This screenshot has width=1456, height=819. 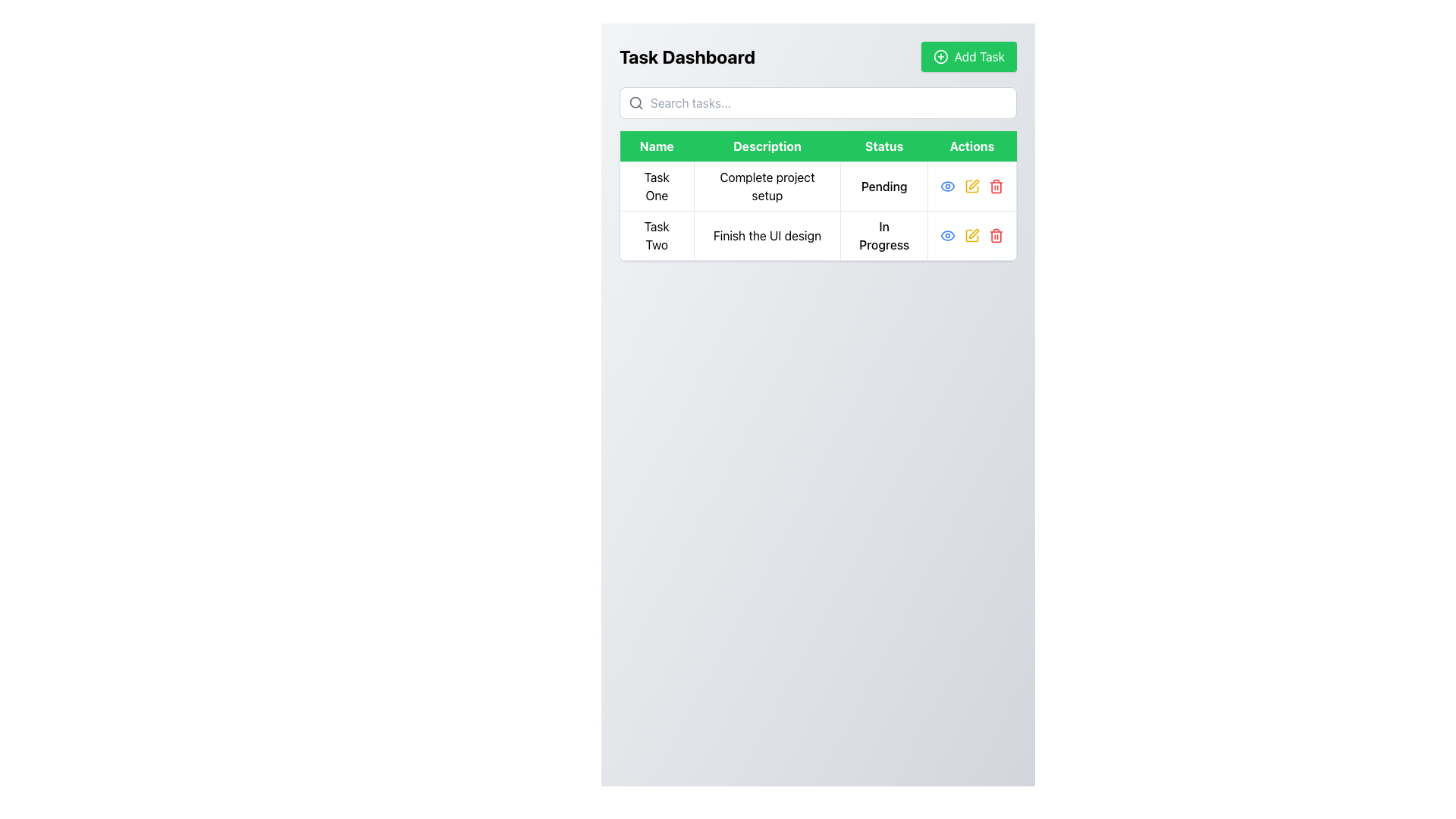 I want to click on the second row in the 'Task Dashboard' table, which is located between 'Task One' and the next row, so click(x=817, y=236).